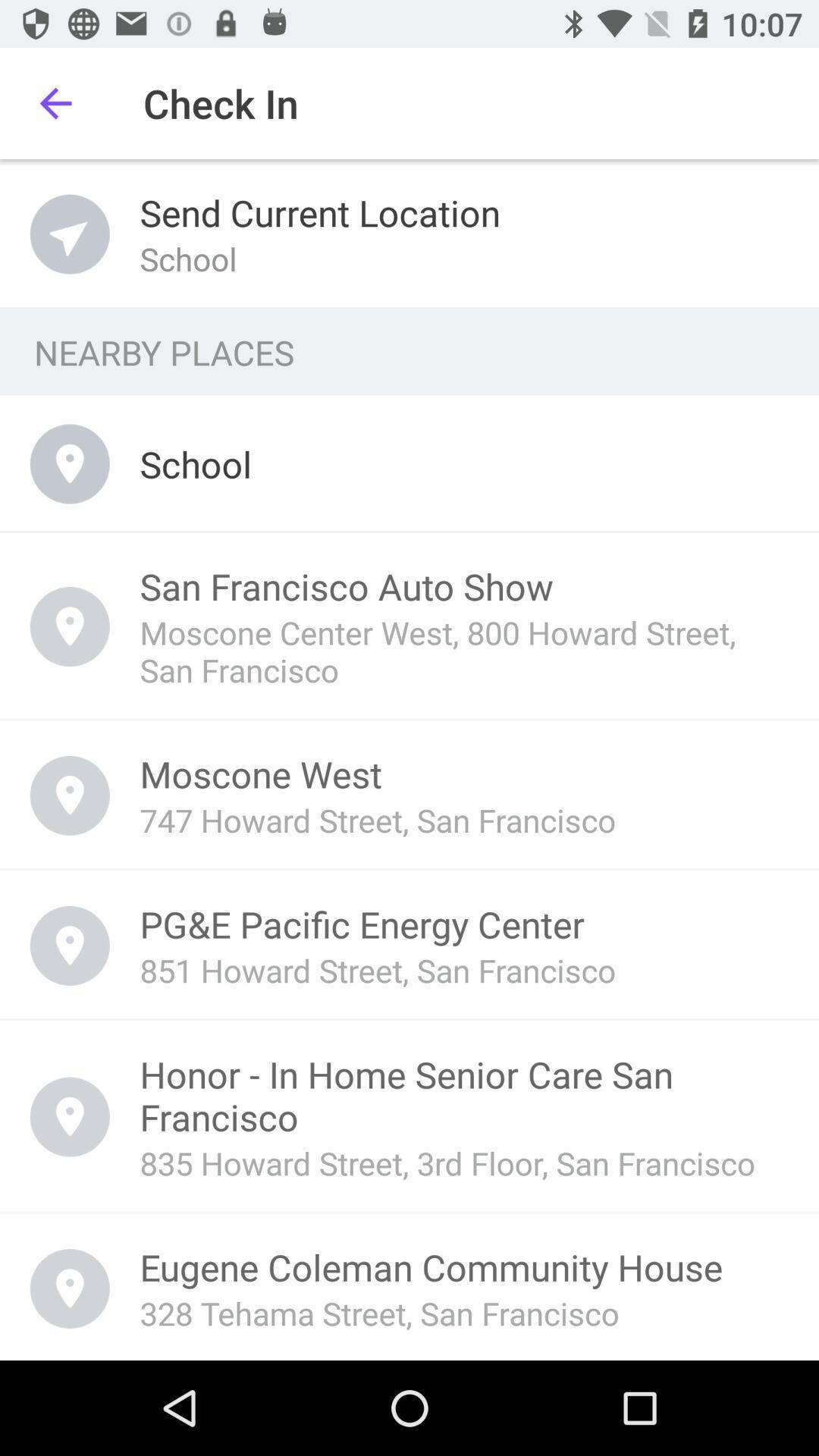 This screenshot has height=1456, width=819. Describe the element at coordinates (70, 234) in the screenshot. I see `the icon which is before send current location` at that location.